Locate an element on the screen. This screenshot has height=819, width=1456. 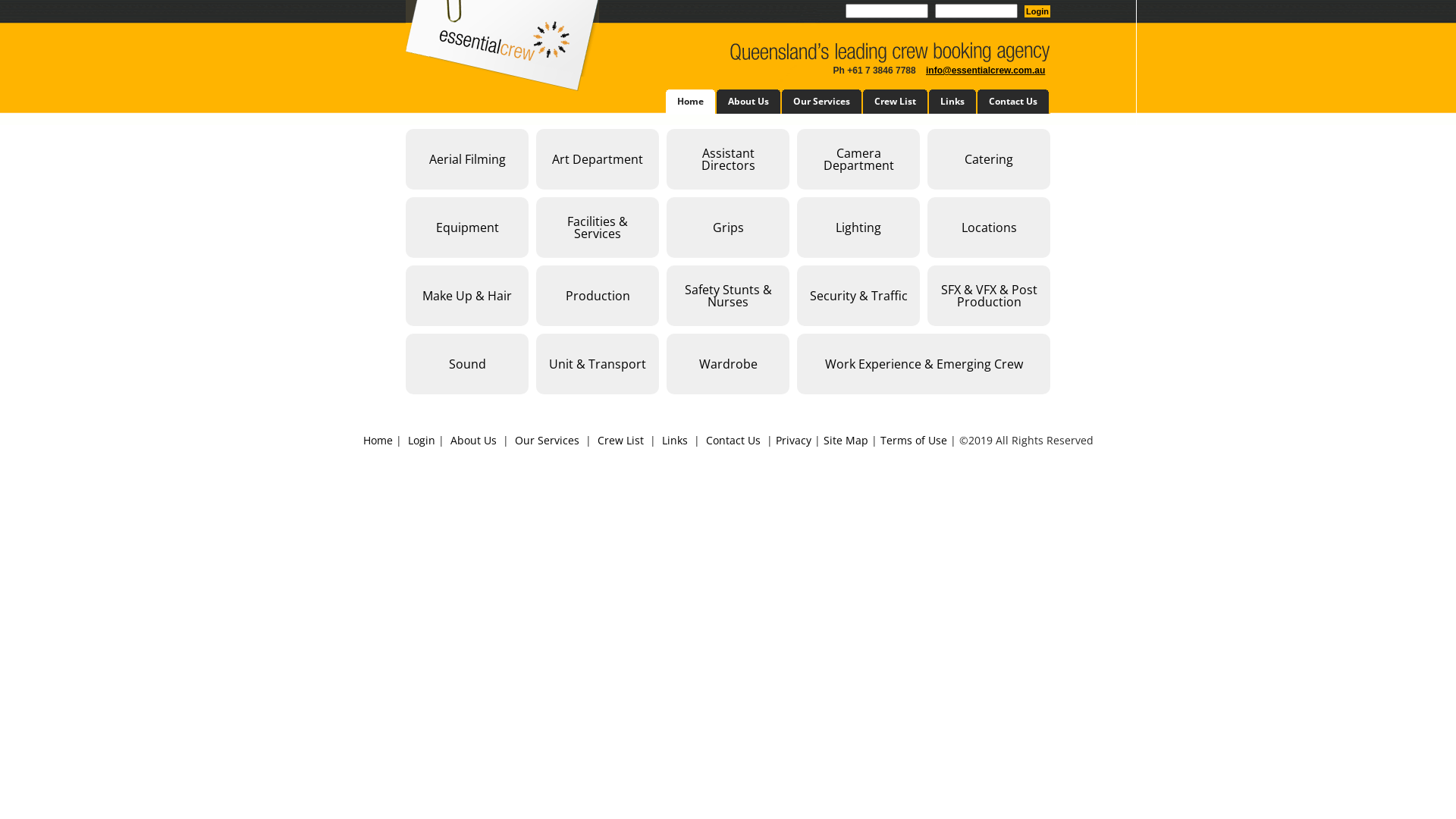
'Sound' is located at coordinates (466, 363).